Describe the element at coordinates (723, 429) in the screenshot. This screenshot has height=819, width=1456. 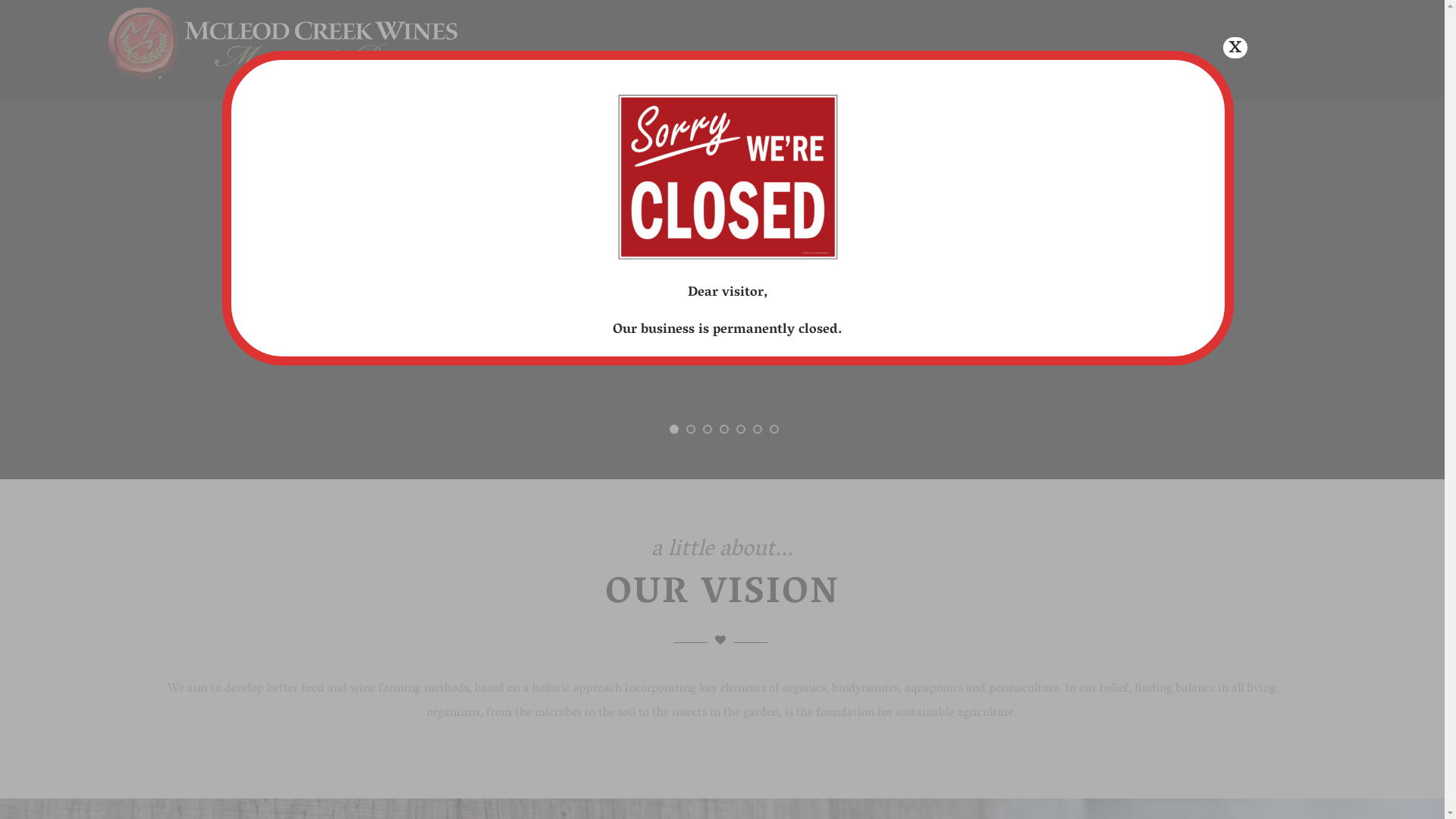
I see `'4'` at that location.